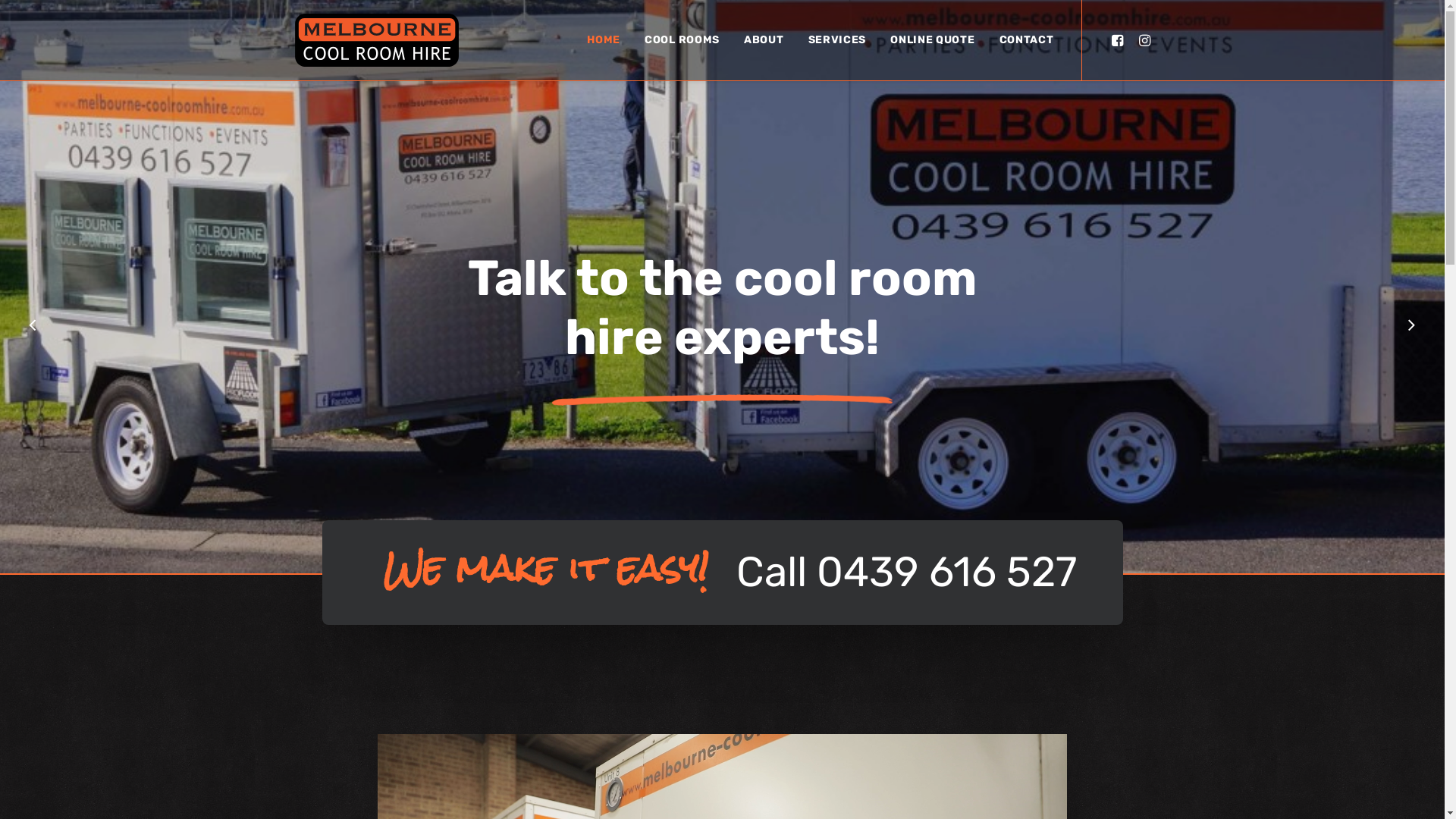 Image resolution: width=1456 pixels, height=819 pixels. What do you see at coordinates (931, 39) in the screenshot?
I see `'ONLINE QUOTE'` at bounding box center [931, 39].